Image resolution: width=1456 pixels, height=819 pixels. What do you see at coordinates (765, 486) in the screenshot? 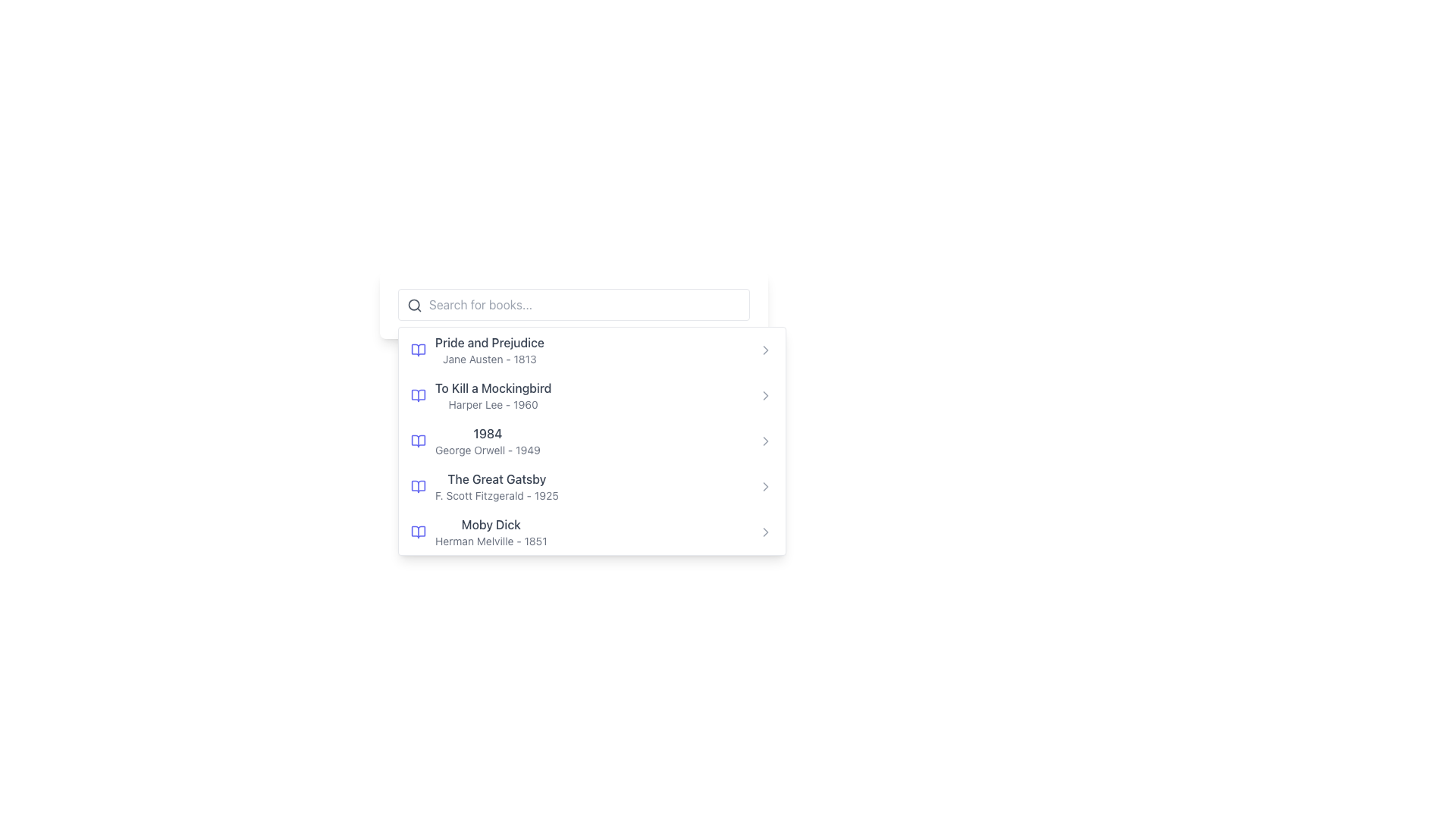
I see `the chevron icon located to the right of the text 'The Great Gatsby' 1925` at bounding box center [765, 486].